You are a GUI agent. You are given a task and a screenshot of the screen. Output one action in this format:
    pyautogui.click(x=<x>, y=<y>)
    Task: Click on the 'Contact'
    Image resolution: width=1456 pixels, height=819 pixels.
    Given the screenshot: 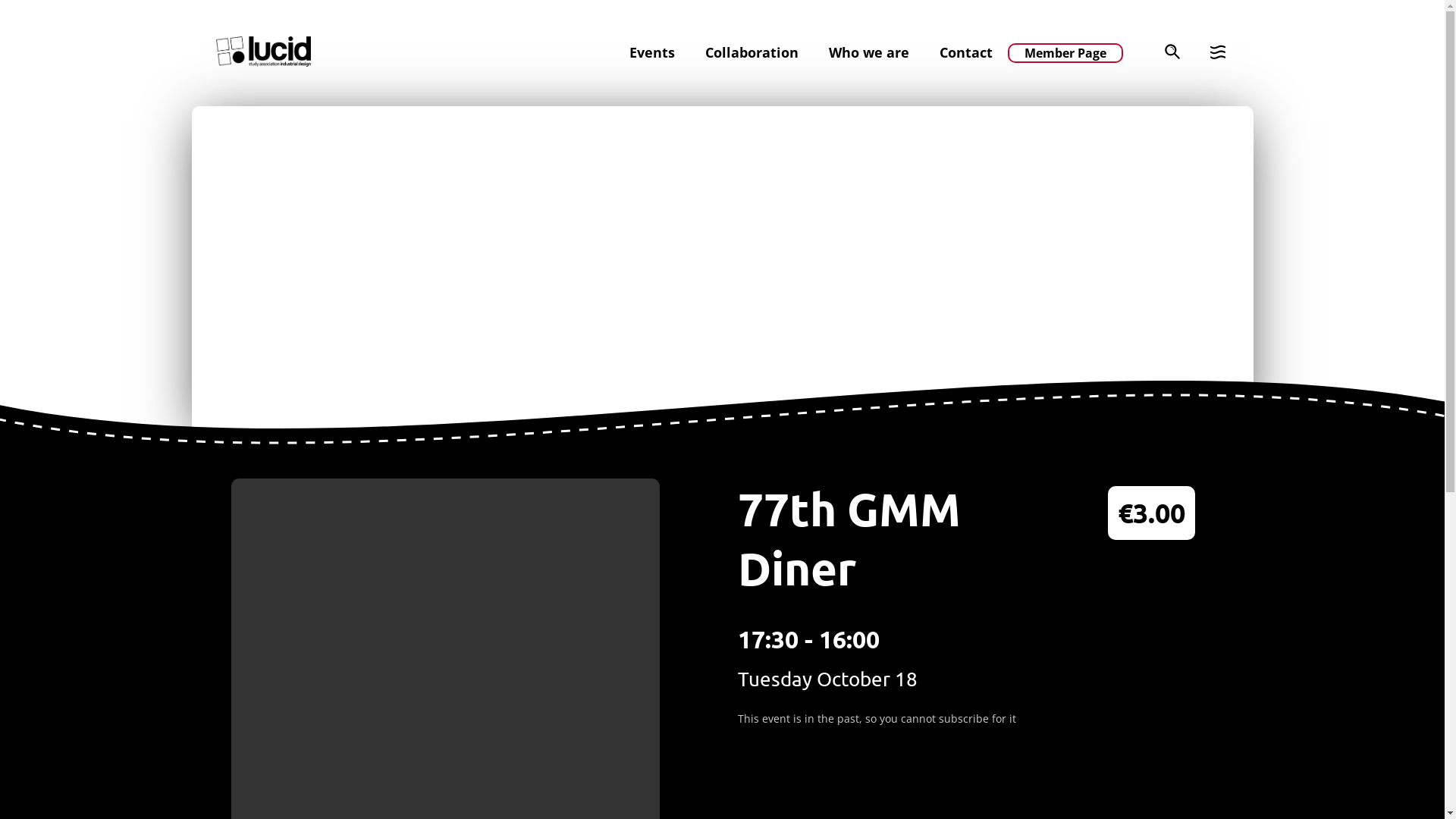 What is the action you would take?
    pyautogui.click(x=964, y=52)
    